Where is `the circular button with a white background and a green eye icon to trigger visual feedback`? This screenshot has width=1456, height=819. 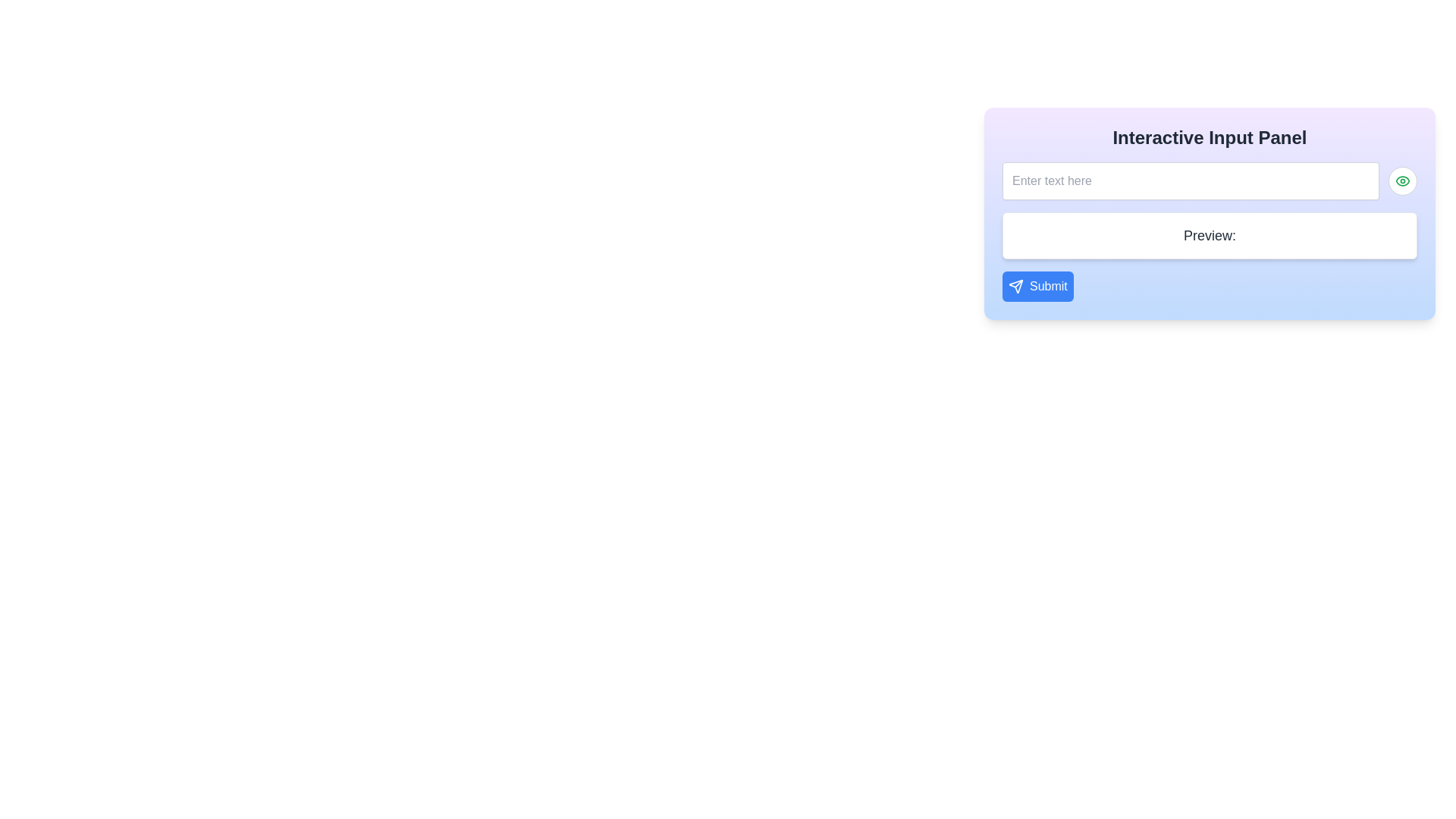
the circular button with a white background and a green eye icon to trigger visual feedback is located at coordinates (1401, 180).